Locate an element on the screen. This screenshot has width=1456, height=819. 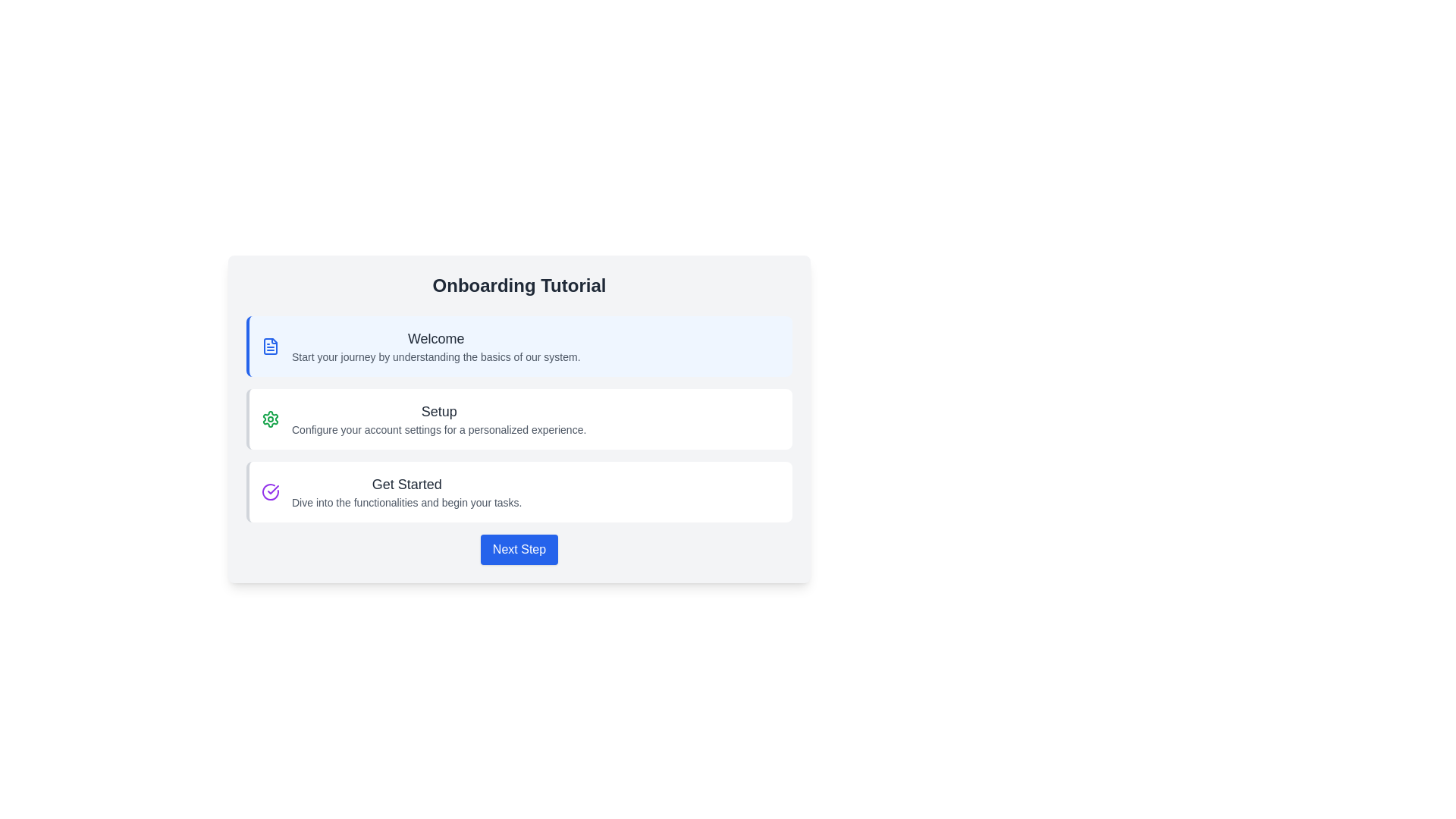
the text block that says 'Dive into the functionalities and begin your tasks.', styled in gray color, positioned below the 'Get Started' header is located at coordinates (406, 503).